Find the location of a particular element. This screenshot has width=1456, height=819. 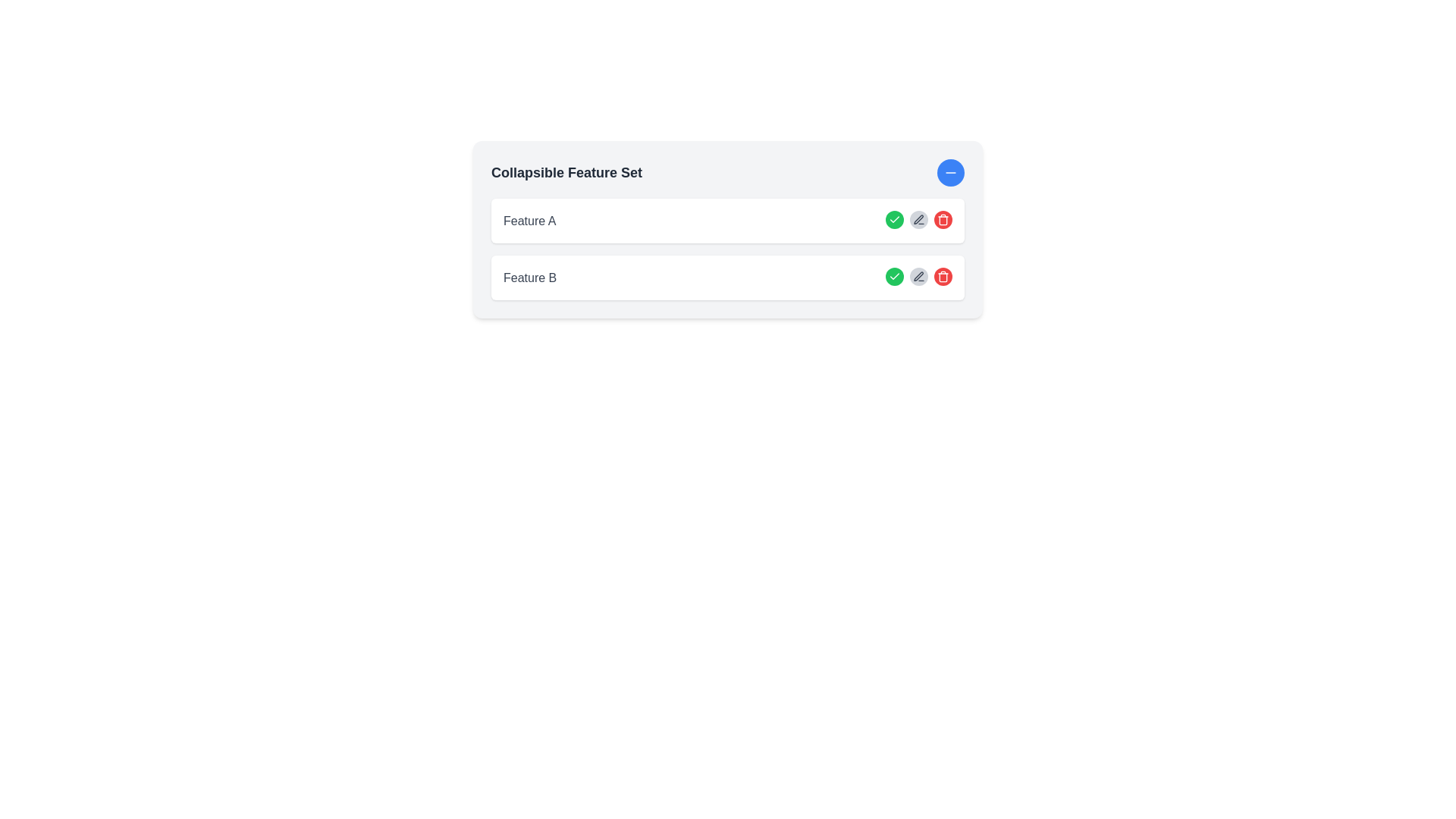

the circular icon with a green background and white check mark, located next to the 'Feature B' label, to confirm the action is located at coordinates (895, 219).